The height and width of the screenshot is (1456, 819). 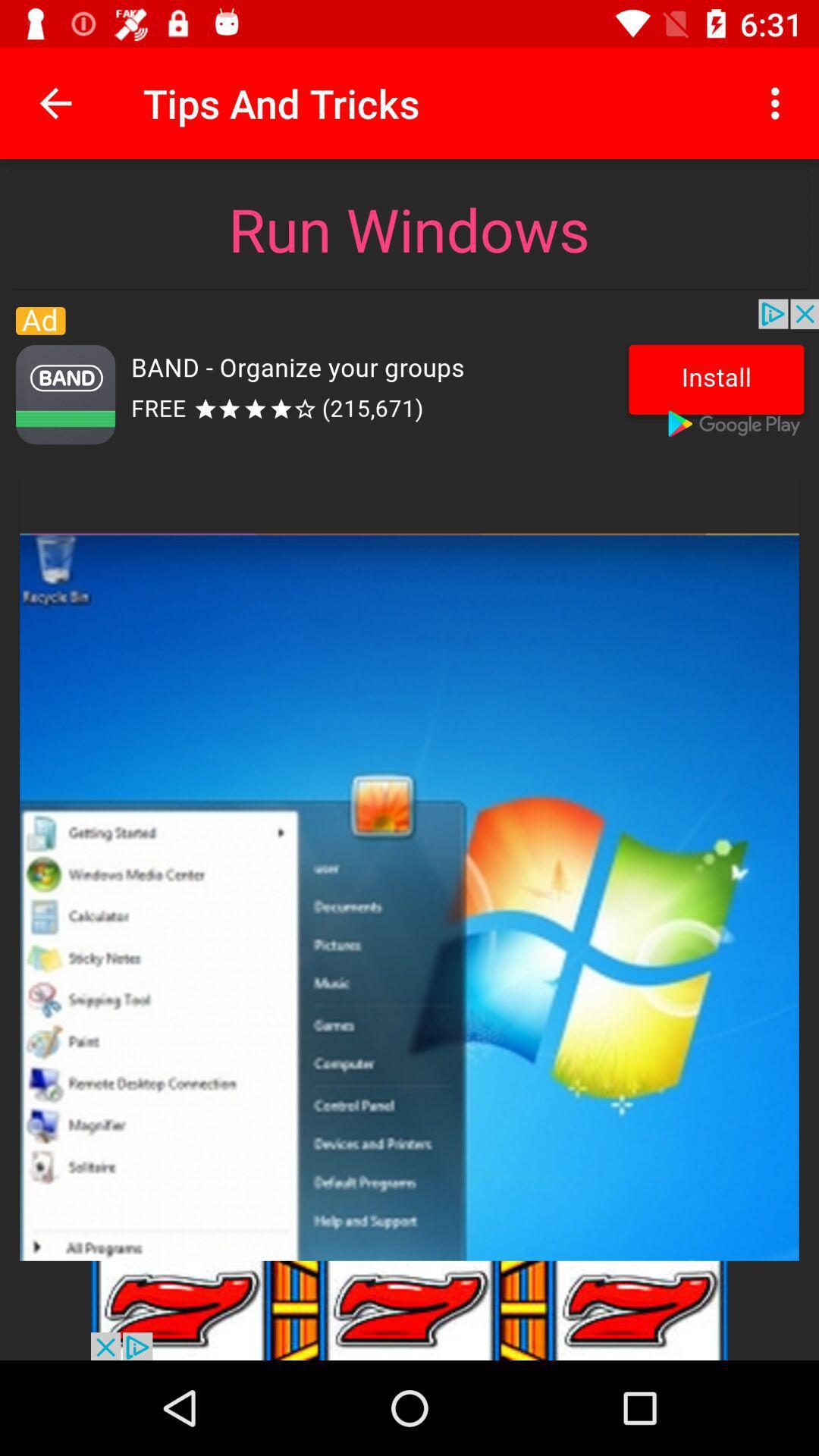 I want to click on for advisment, so click(x=409, y=378).